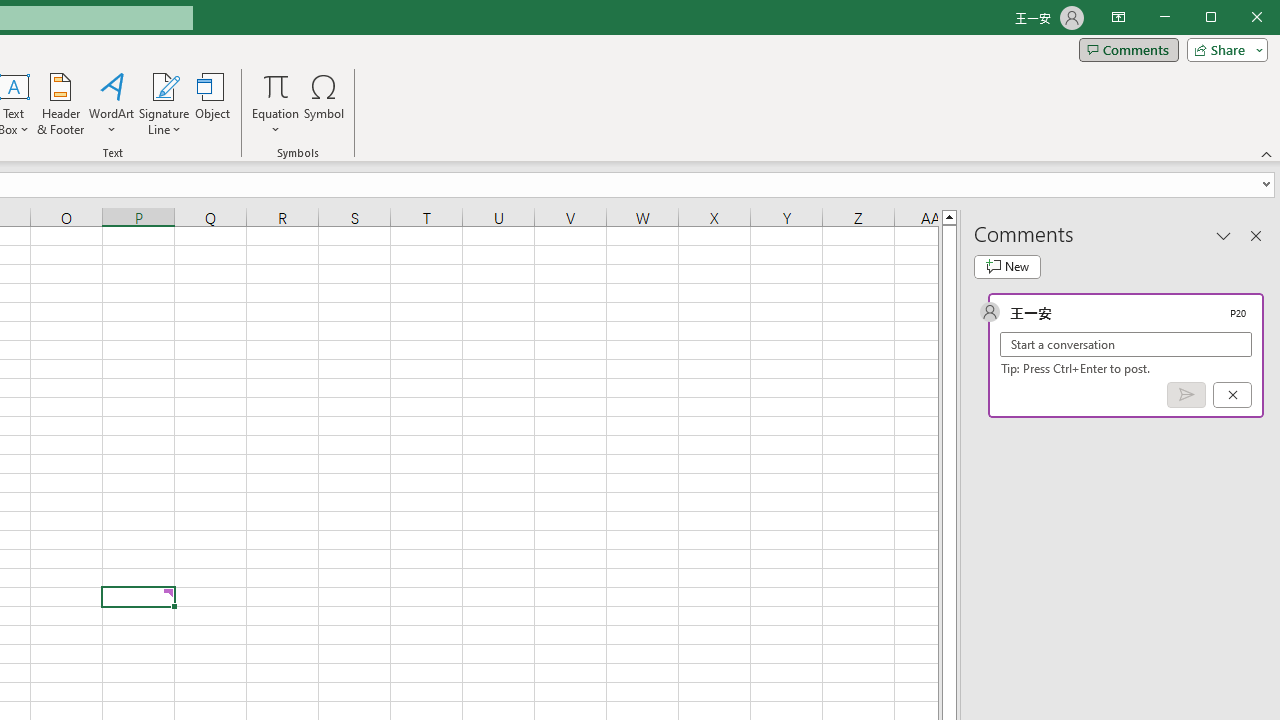  I want to click on 'Signature Line', so click(164, 85).